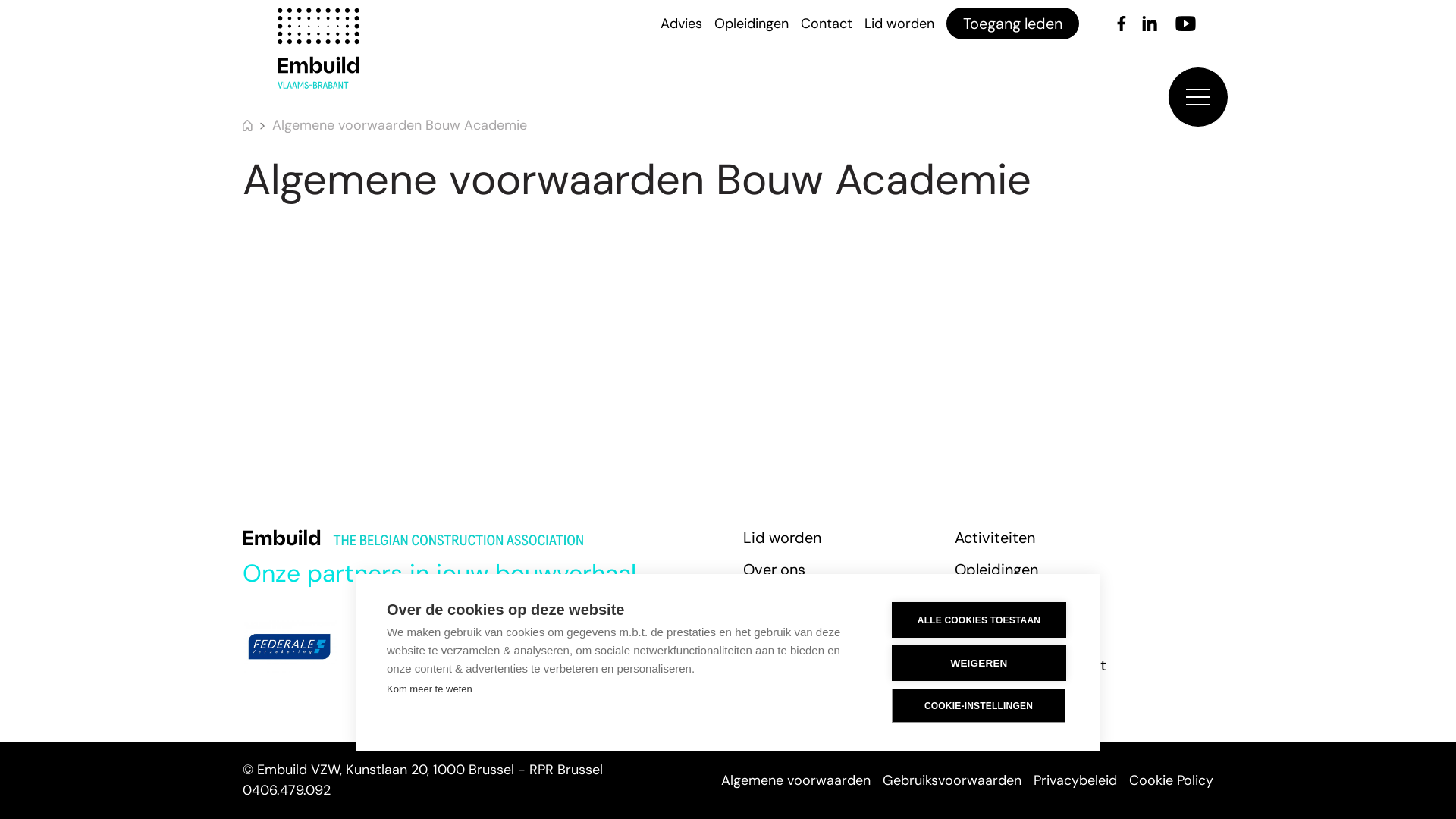  I want to click on 'Zoek een vakman', so click(802, 632).